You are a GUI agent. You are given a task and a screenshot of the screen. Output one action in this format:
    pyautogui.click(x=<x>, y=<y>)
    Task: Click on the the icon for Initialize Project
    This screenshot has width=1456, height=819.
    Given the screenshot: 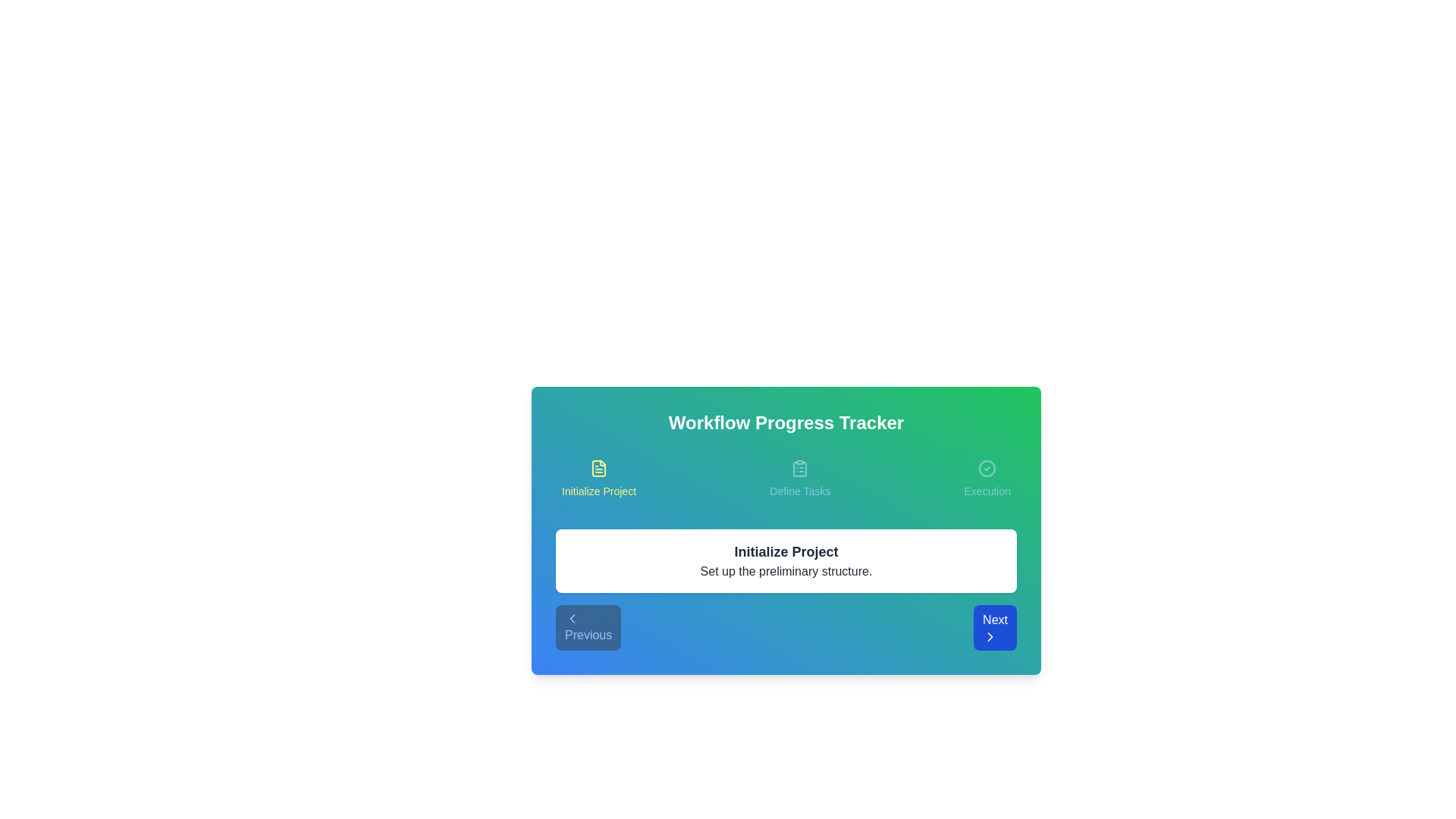 What is the action you would take?
    pyautogui.click(x=598, y=467)
    